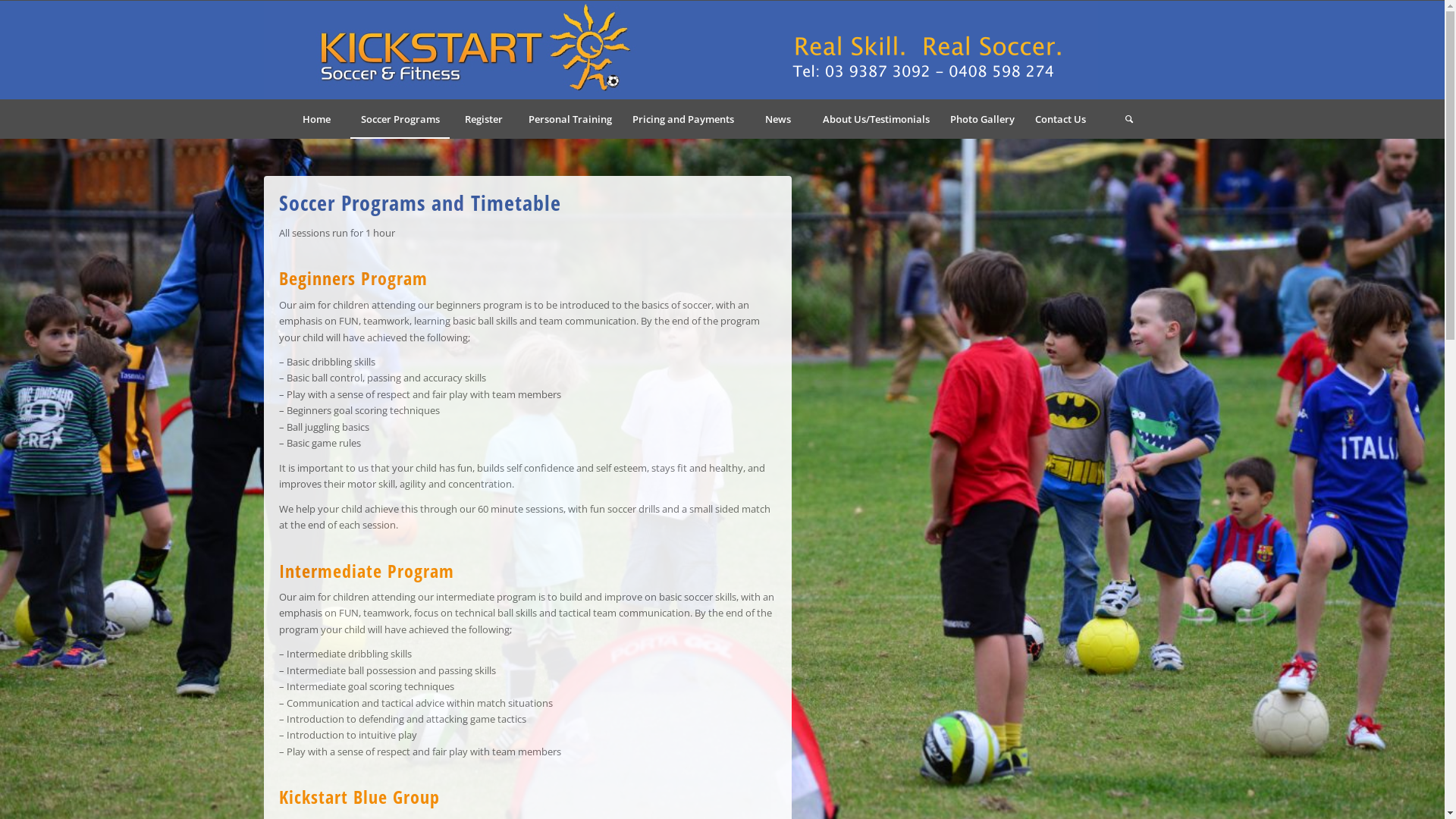 This screenshot has width=1456, height=819. I want to click on 'Soccer Programs', so click(400, 118).